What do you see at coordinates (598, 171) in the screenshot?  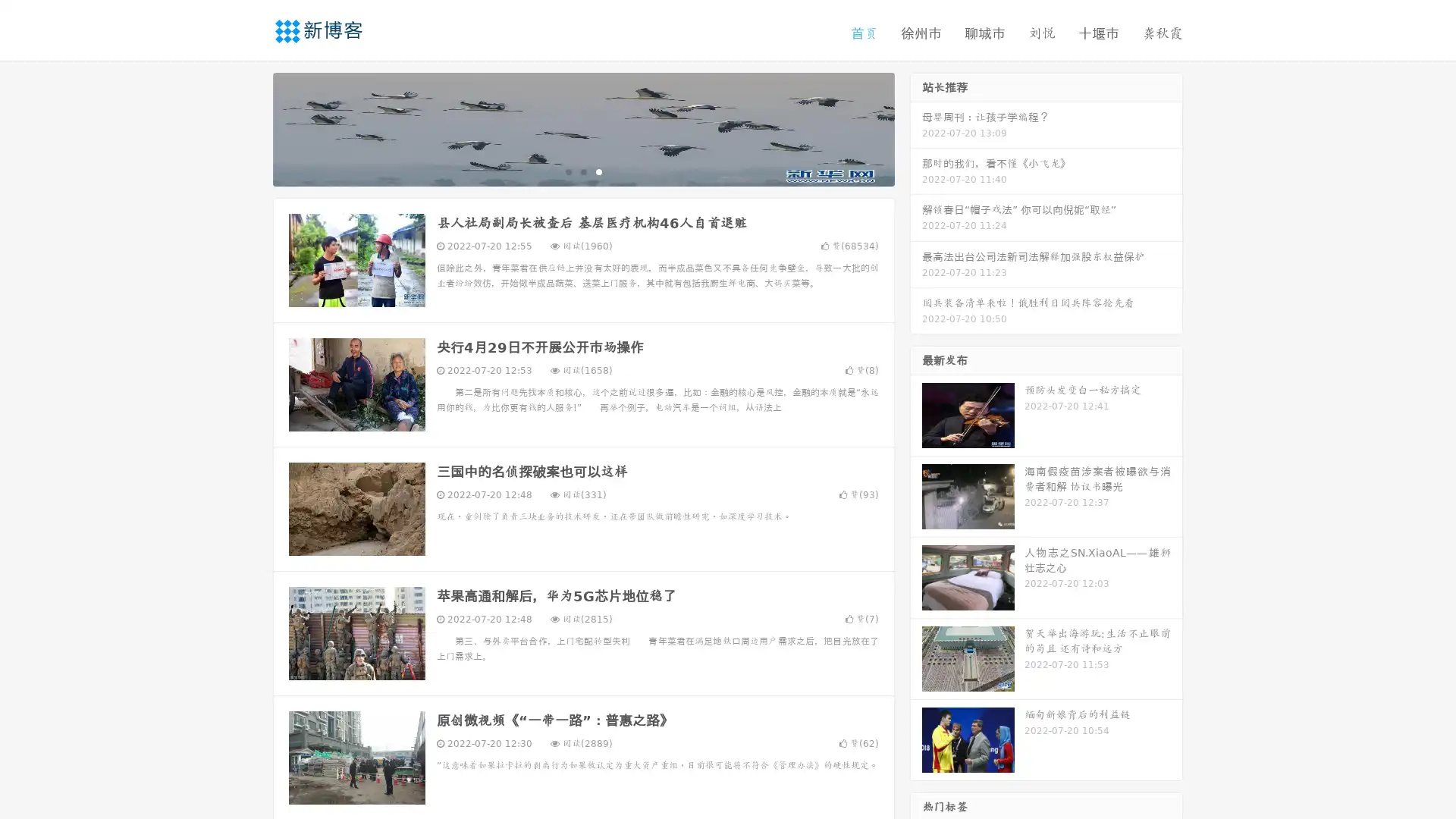 I see `Go to slide 3` at bounding box center [598, 171].